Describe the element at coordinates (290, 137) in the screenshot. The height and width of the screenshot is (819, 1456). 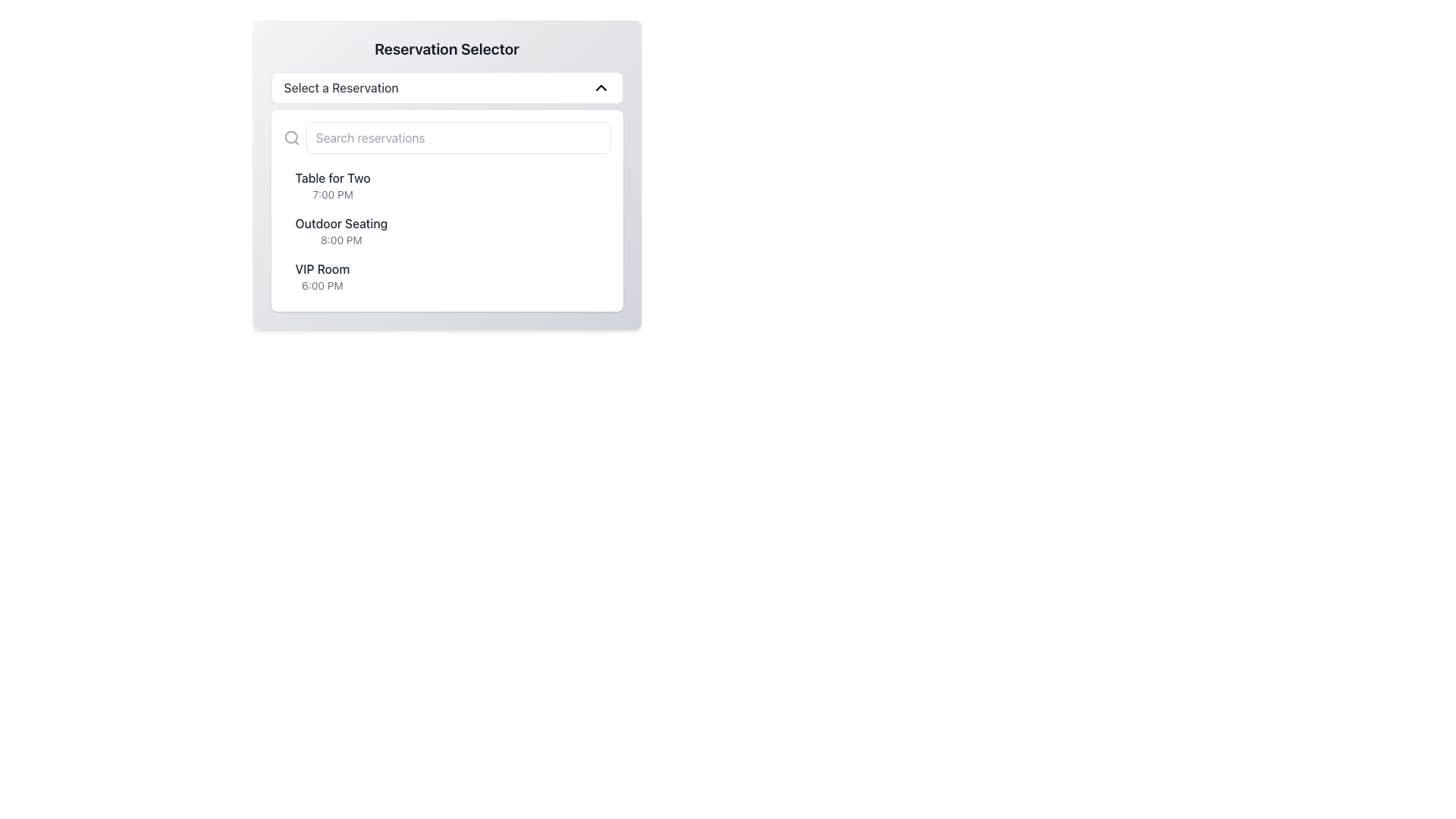
I see `the small circular SVG shape that is part of the magnifying glass icon located at the upper-left corner of the search field` at that location.